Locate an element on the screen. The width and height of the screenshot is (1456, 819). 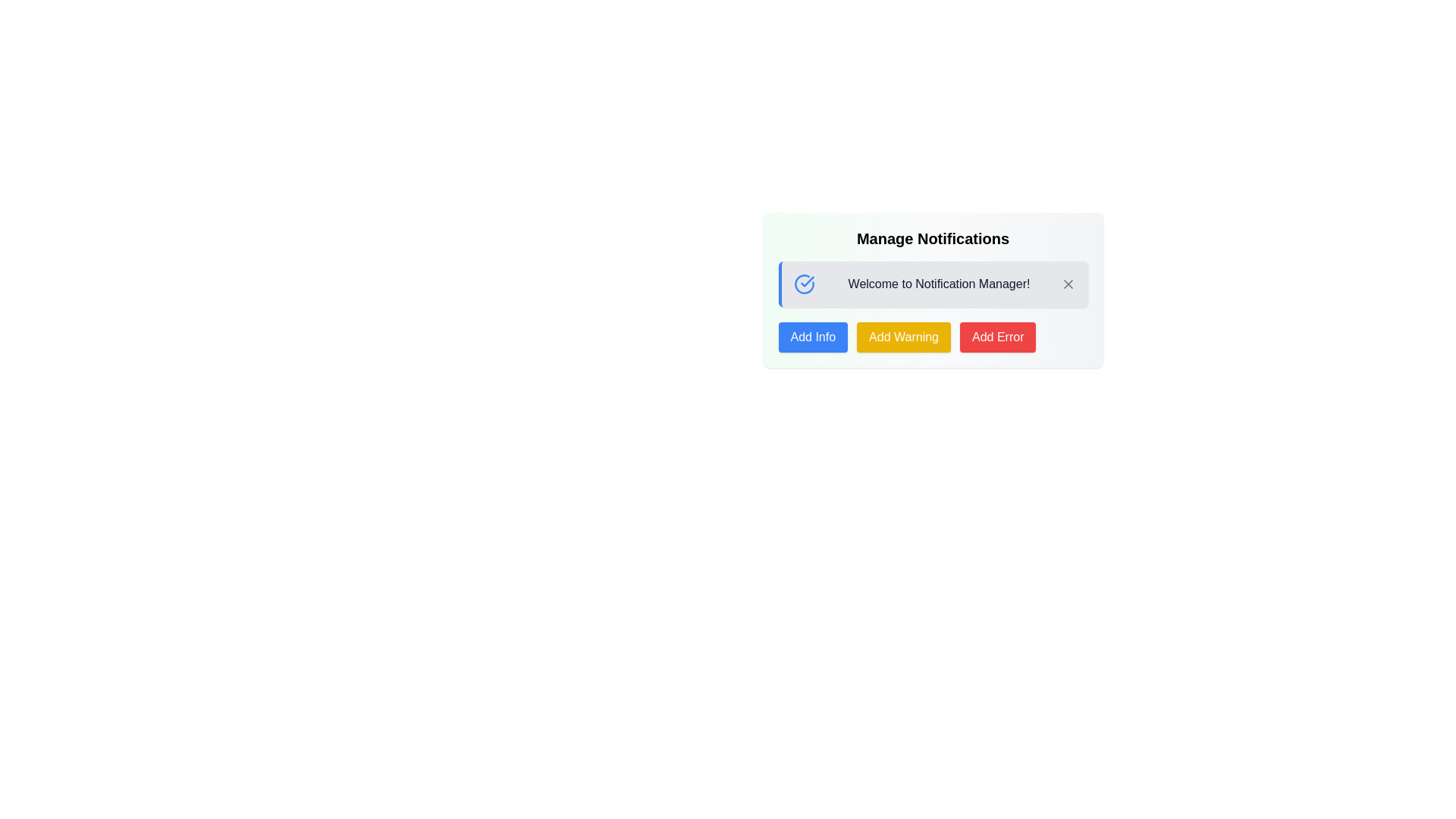
the dismissal button located inside the notification box, positioned to the far right of the notification text 'Welcome to Notification Manager!' is located at coordinates (1067, 284).